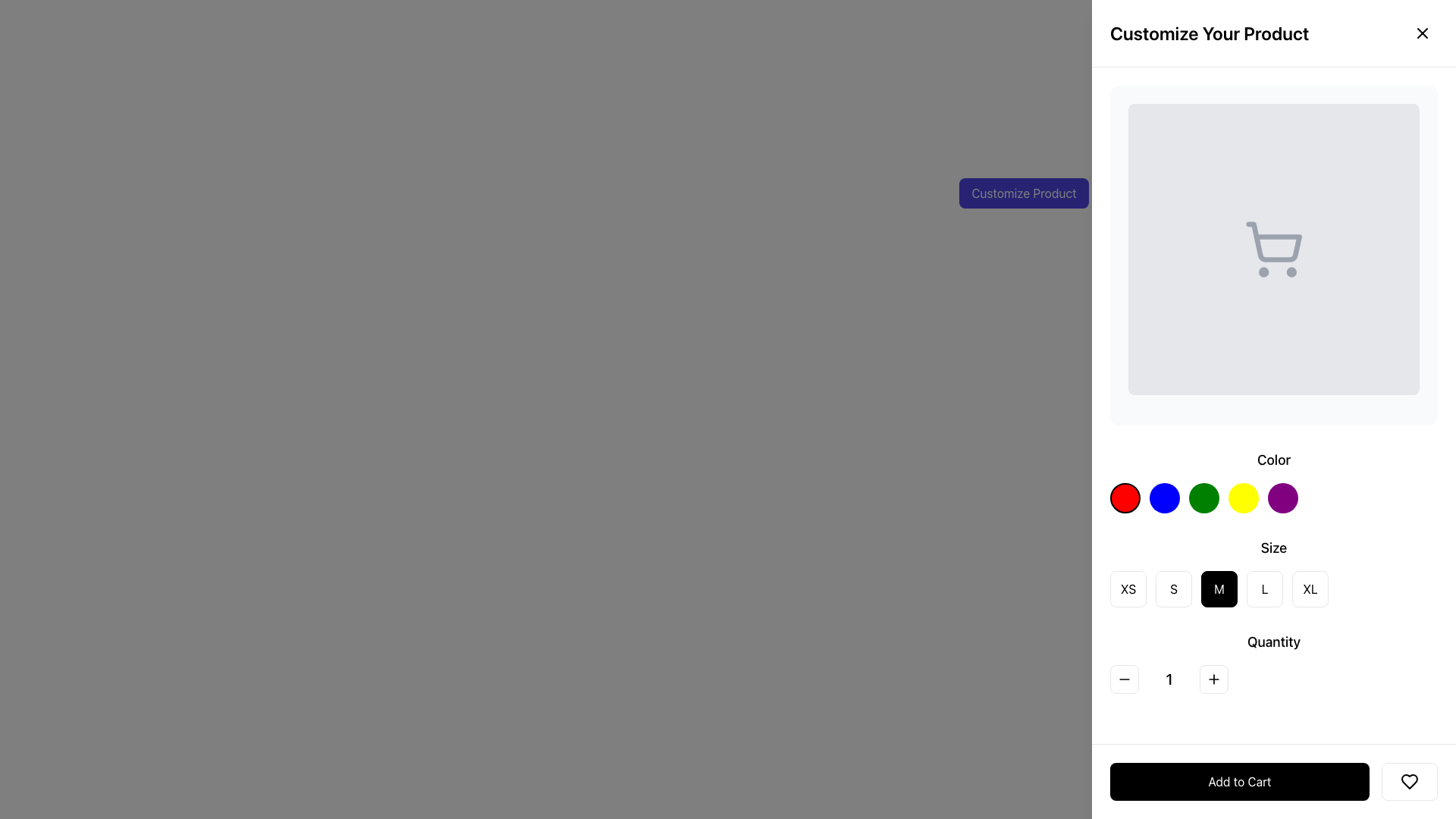 This screenshot has width=1456, height=819. I want to click on the icon button located in the 'Quantity' section, to the right of the numeric input field, to increase the selected product quantity by one, so click(1214, 678).